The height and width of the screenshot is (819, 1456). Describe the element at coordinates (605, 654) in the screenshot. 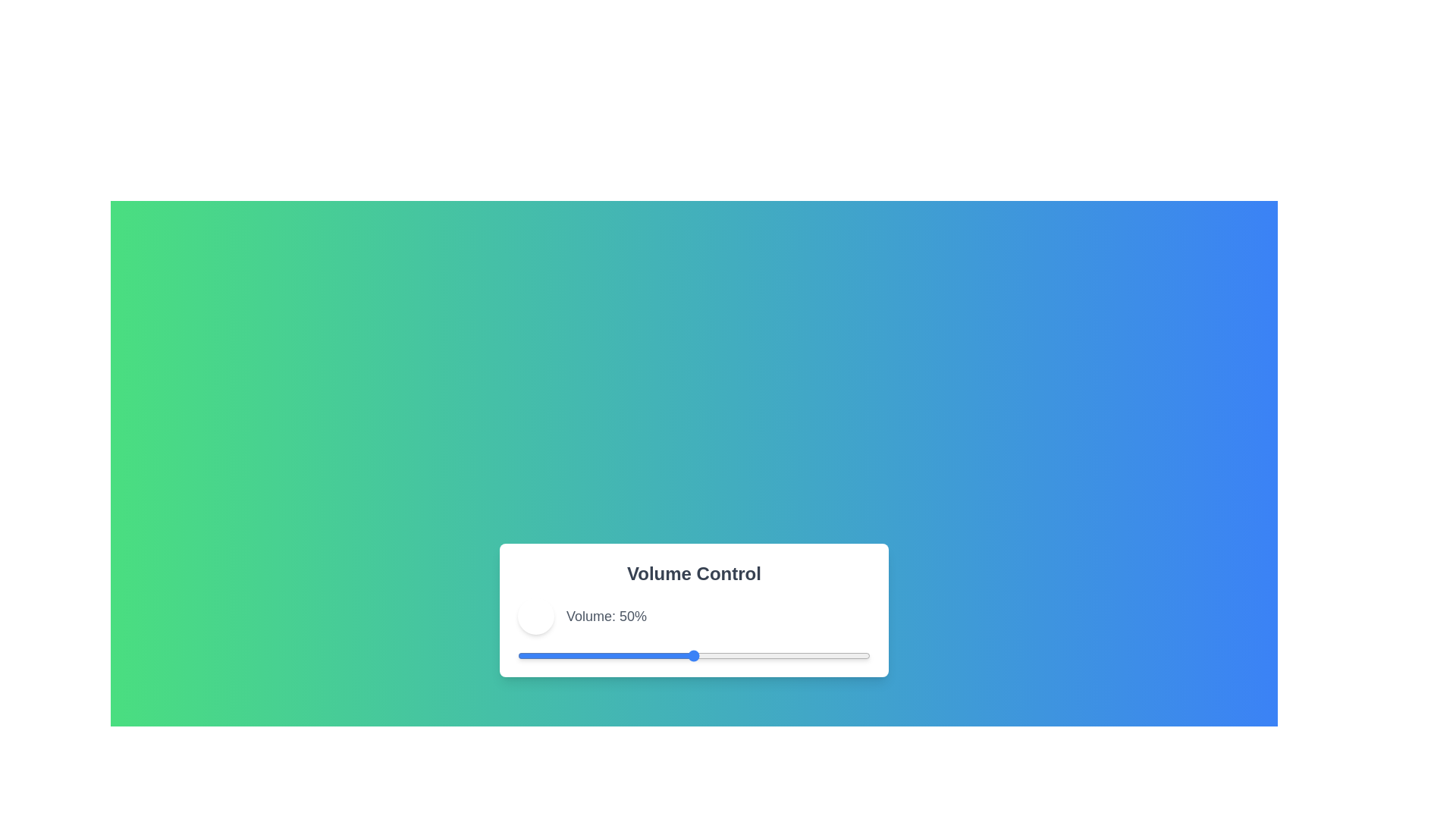

I see `the slider` at that location.